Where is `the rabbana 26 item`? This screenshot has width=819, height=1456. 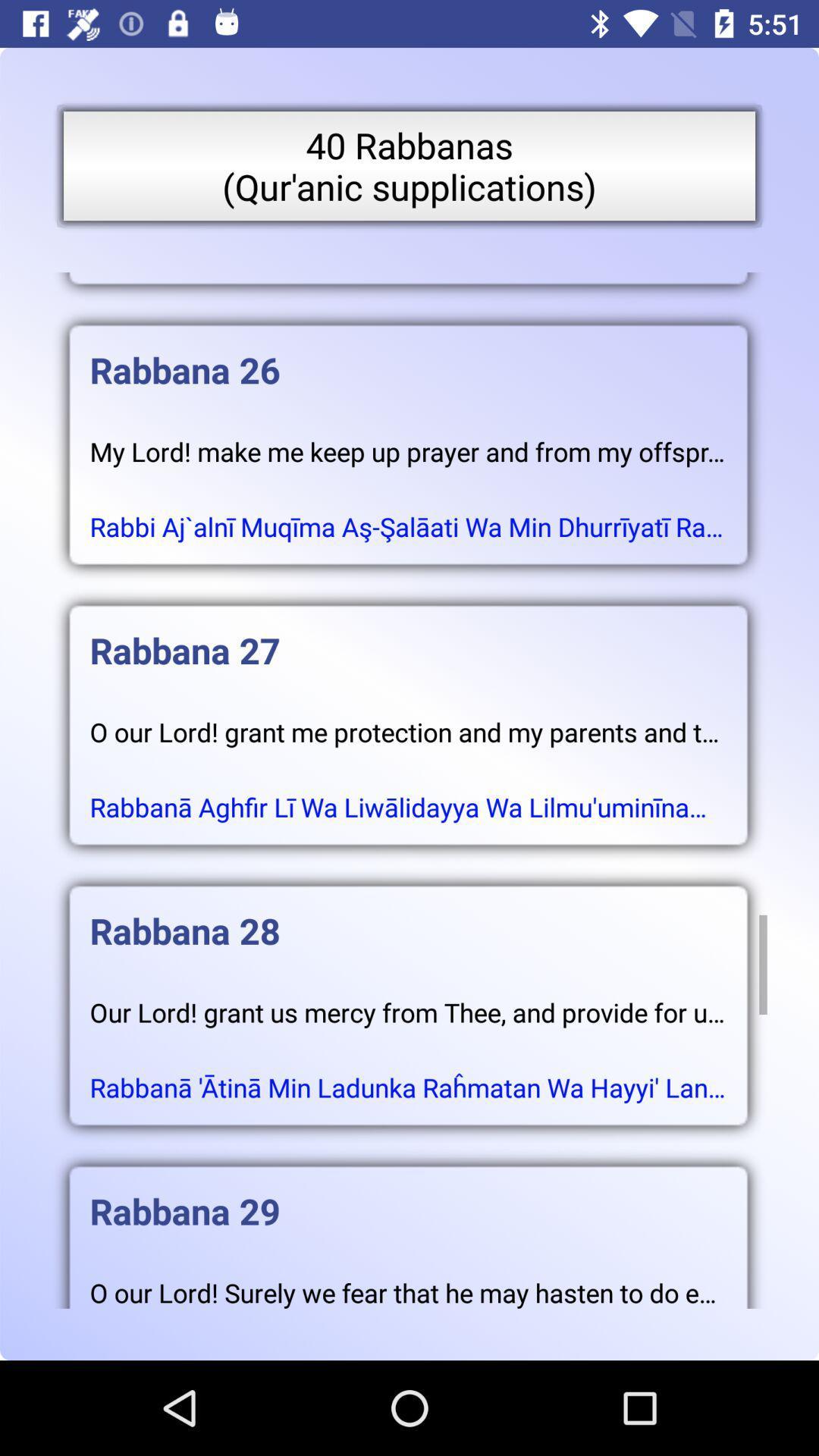
the rabbana 26 item is located at coordinates (407, 354).